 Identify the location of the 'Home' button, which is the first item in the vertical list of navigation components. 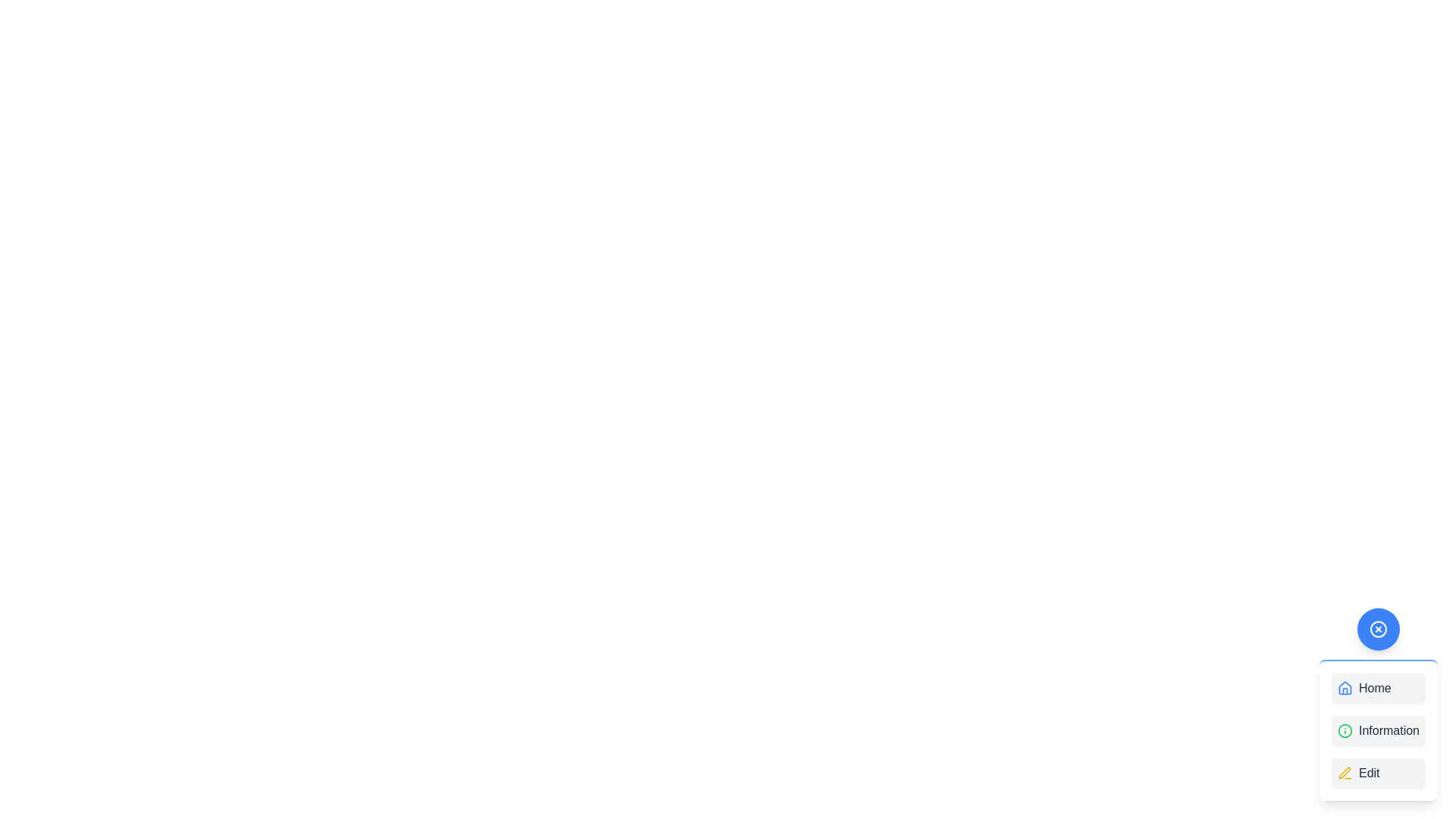
(1379, 688).